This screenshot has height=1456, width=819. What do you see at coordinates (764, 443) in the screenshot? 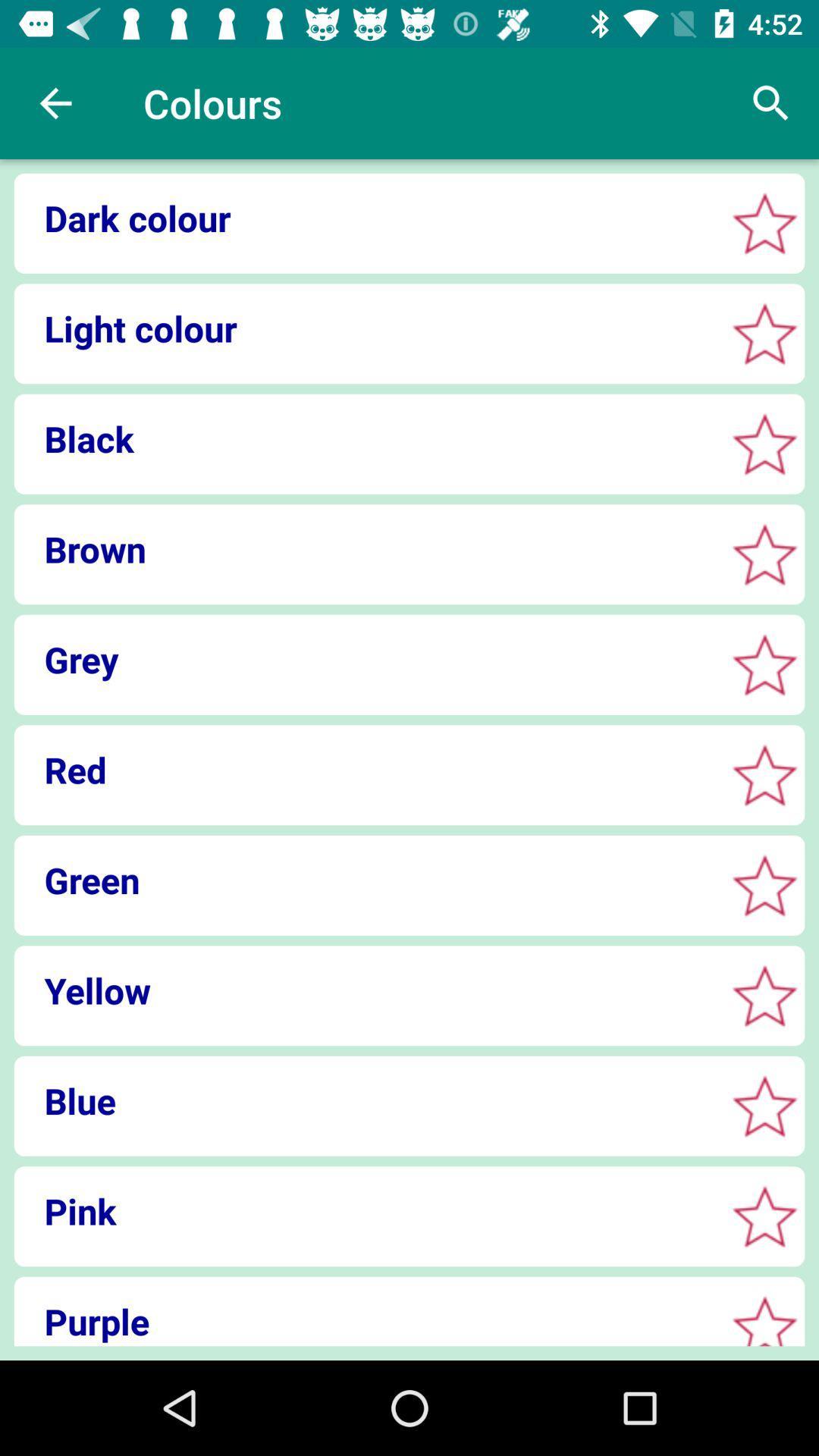
I see `favorite` at bounding box center [764, 443].